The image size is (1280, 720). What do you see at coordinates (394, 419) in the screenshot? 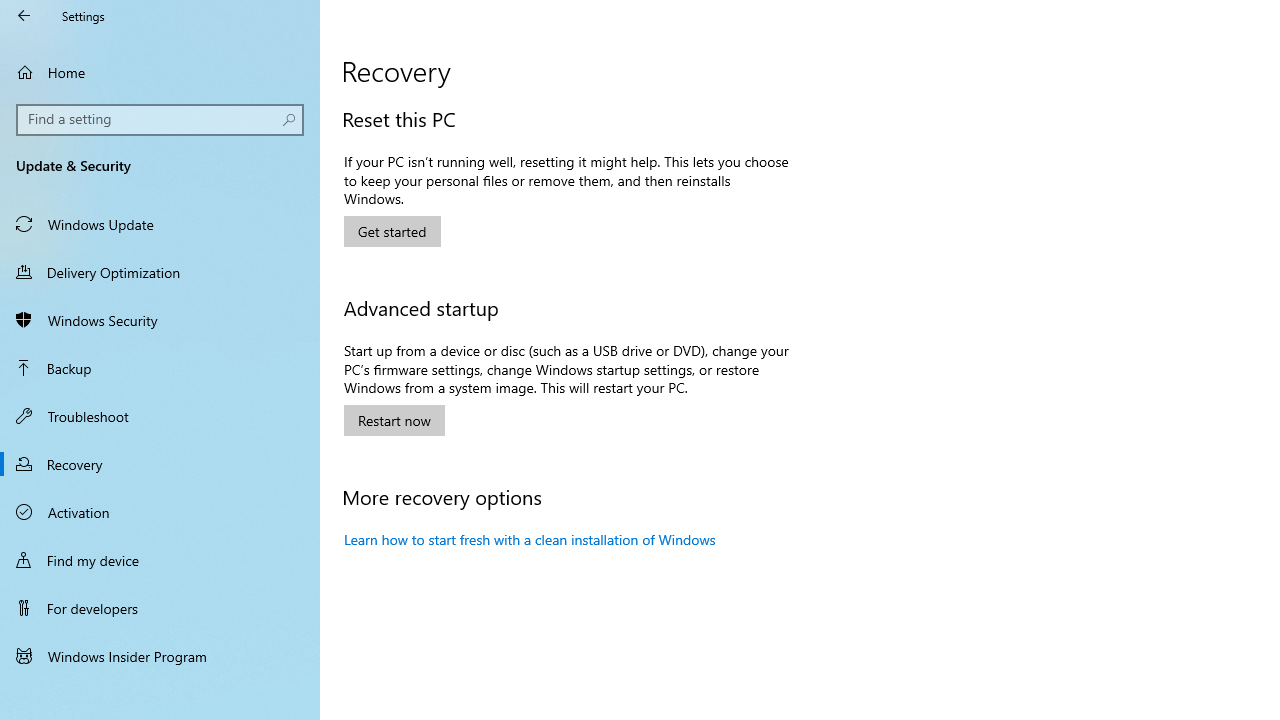
I see `'Restart now to view advanced startup options'` at bounding box center [394, 419].